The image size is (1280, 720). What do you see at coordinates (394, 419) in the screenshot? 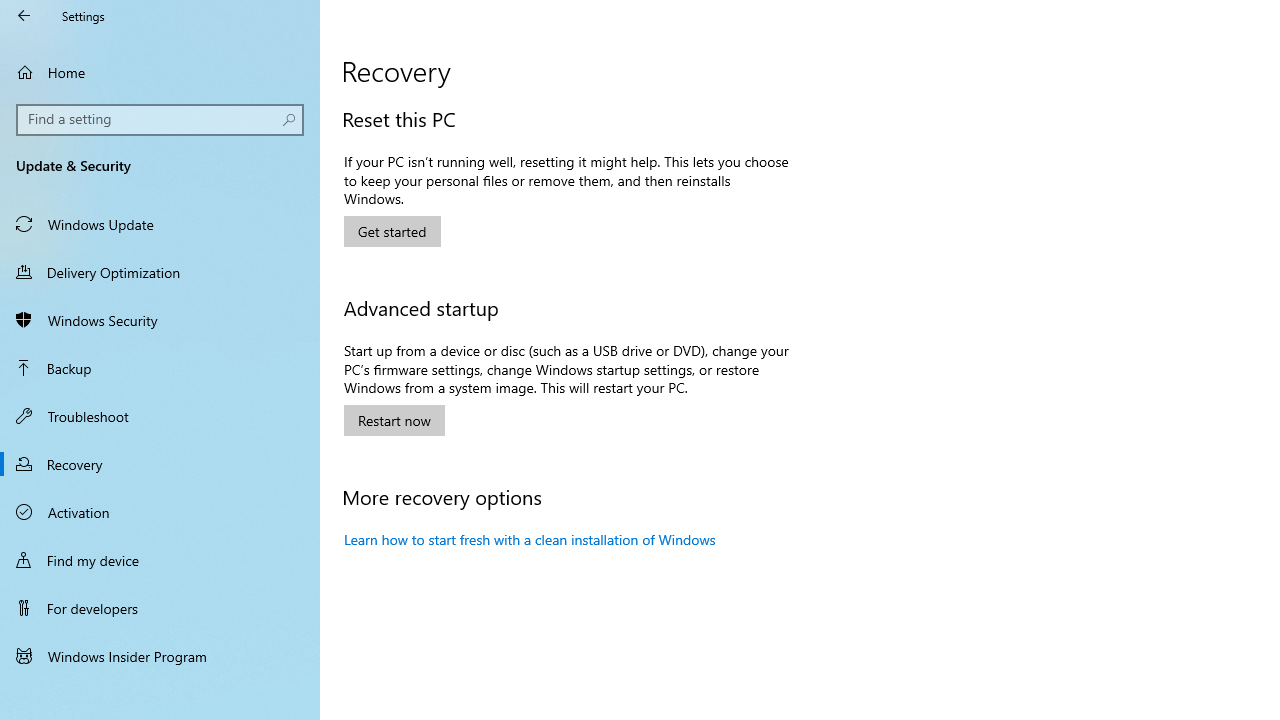
I see `'Restart now to view advanced startup options'` at bounding box center [394, 419].